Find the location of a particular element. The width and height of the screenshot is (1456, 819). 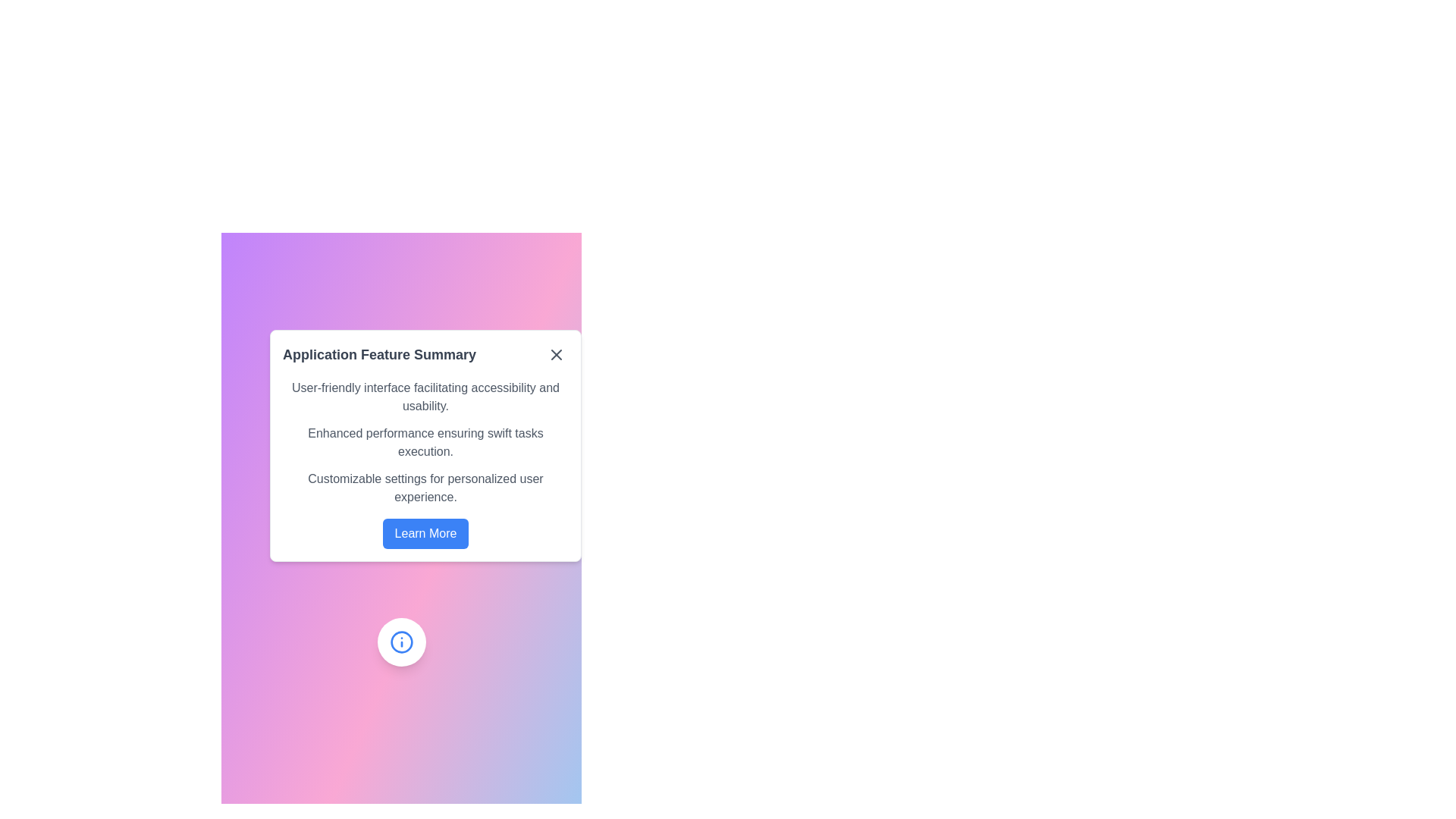

the Text header at the top of the modal that summarizes the content and provides context to the user is located at coordinates (425, 354).